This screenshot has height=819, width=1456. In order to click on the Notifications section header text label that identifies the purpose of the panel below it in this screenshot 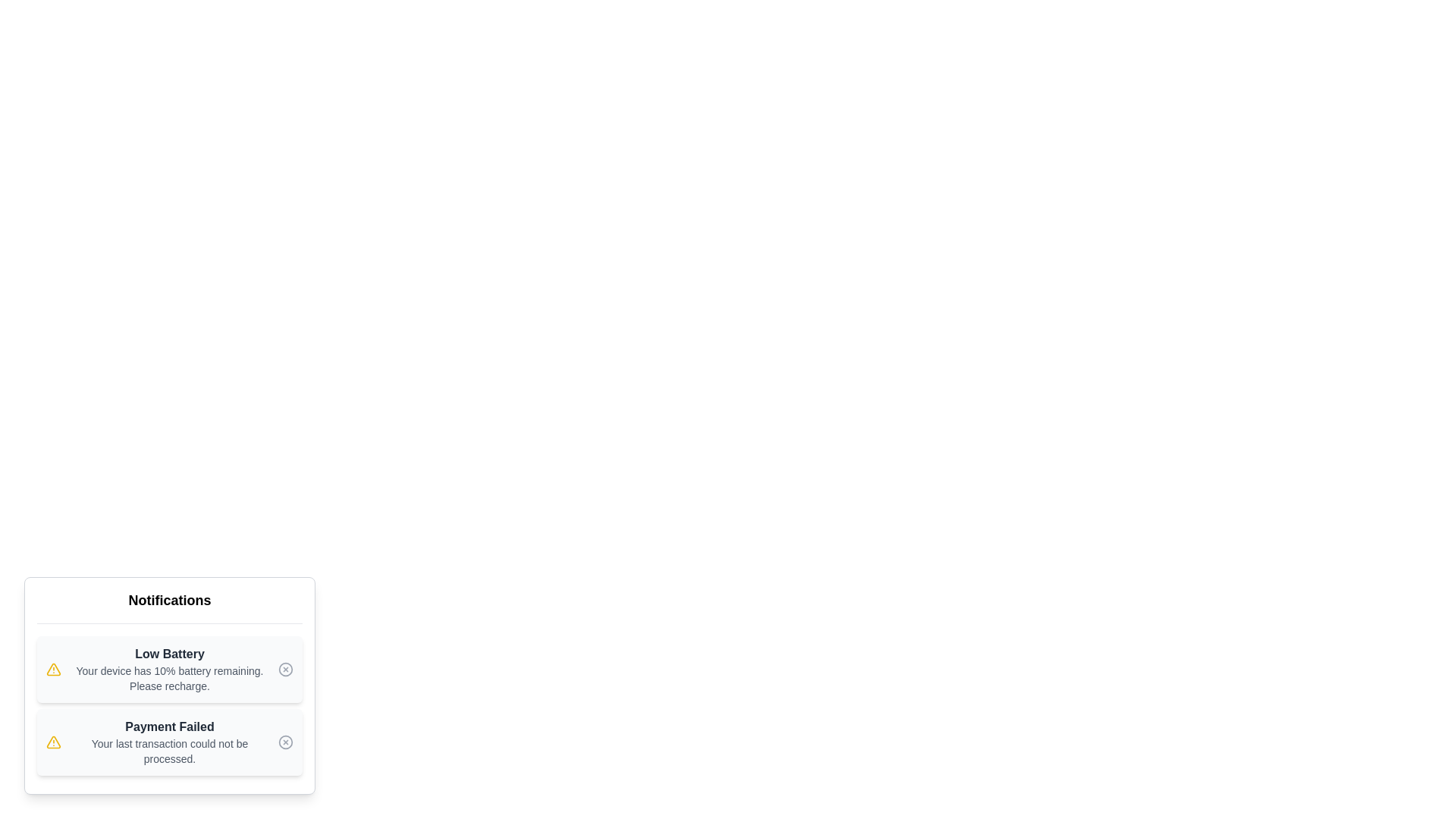, I will do `click(170, 599)`.